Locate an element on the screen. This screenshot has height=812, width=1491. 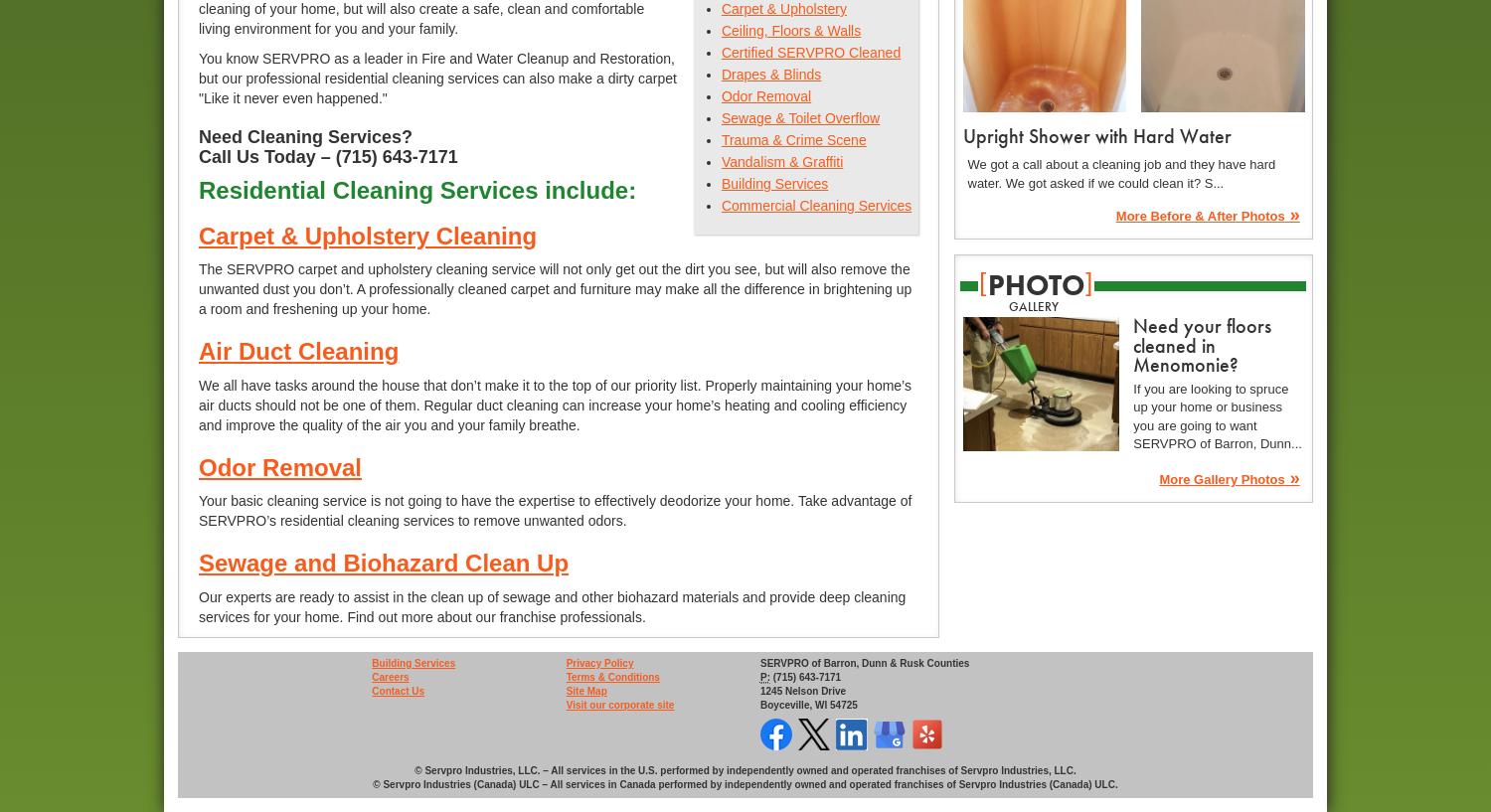
'Air Duct Cleaning' is located at coordinates (298, 350).